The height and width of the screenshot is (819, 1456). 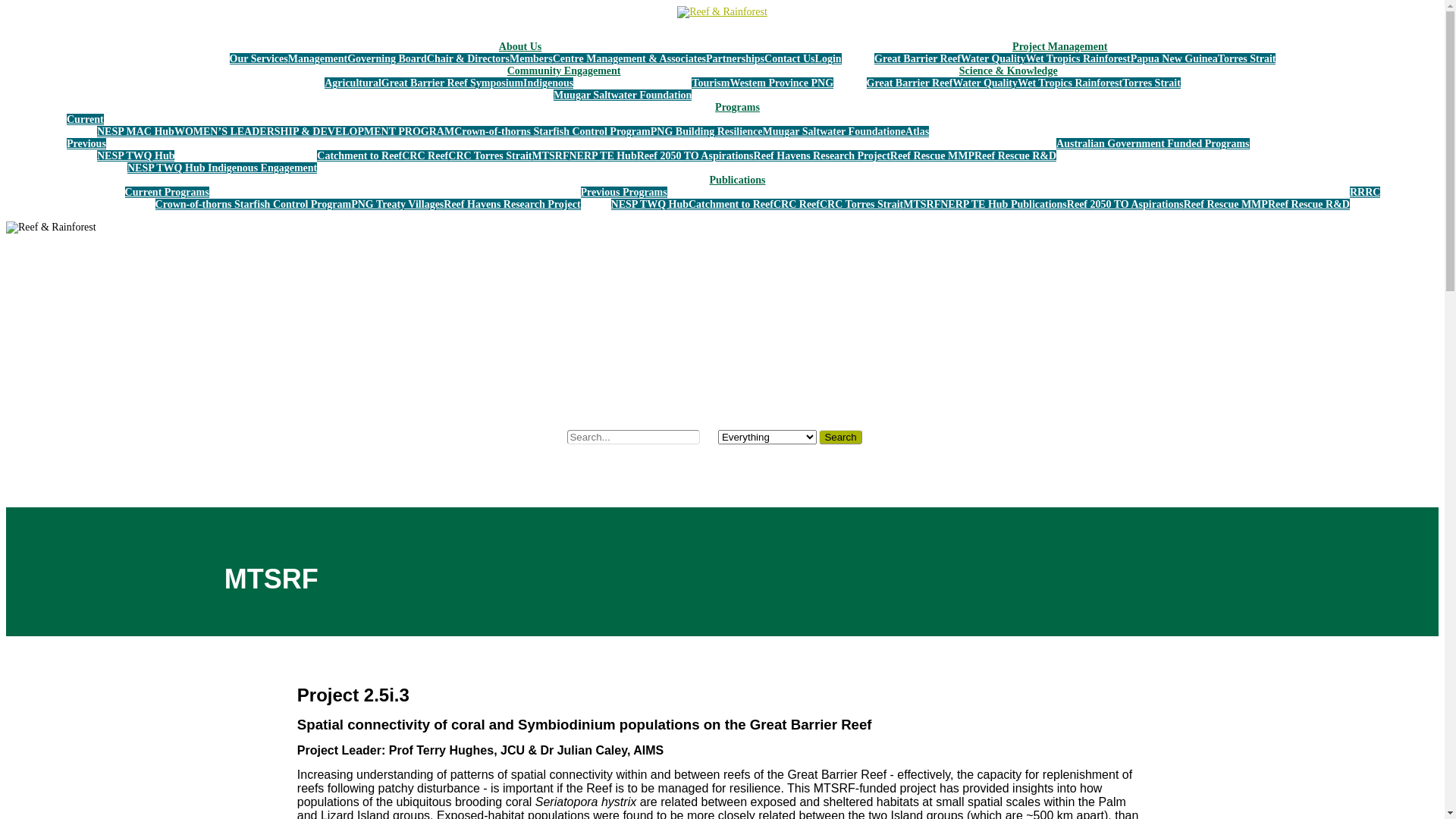 What do you see at coordinates (451, 83) in the screenshot?
I see `'Great Barrier Reef Symposium'` at bounding box center [451, 83].